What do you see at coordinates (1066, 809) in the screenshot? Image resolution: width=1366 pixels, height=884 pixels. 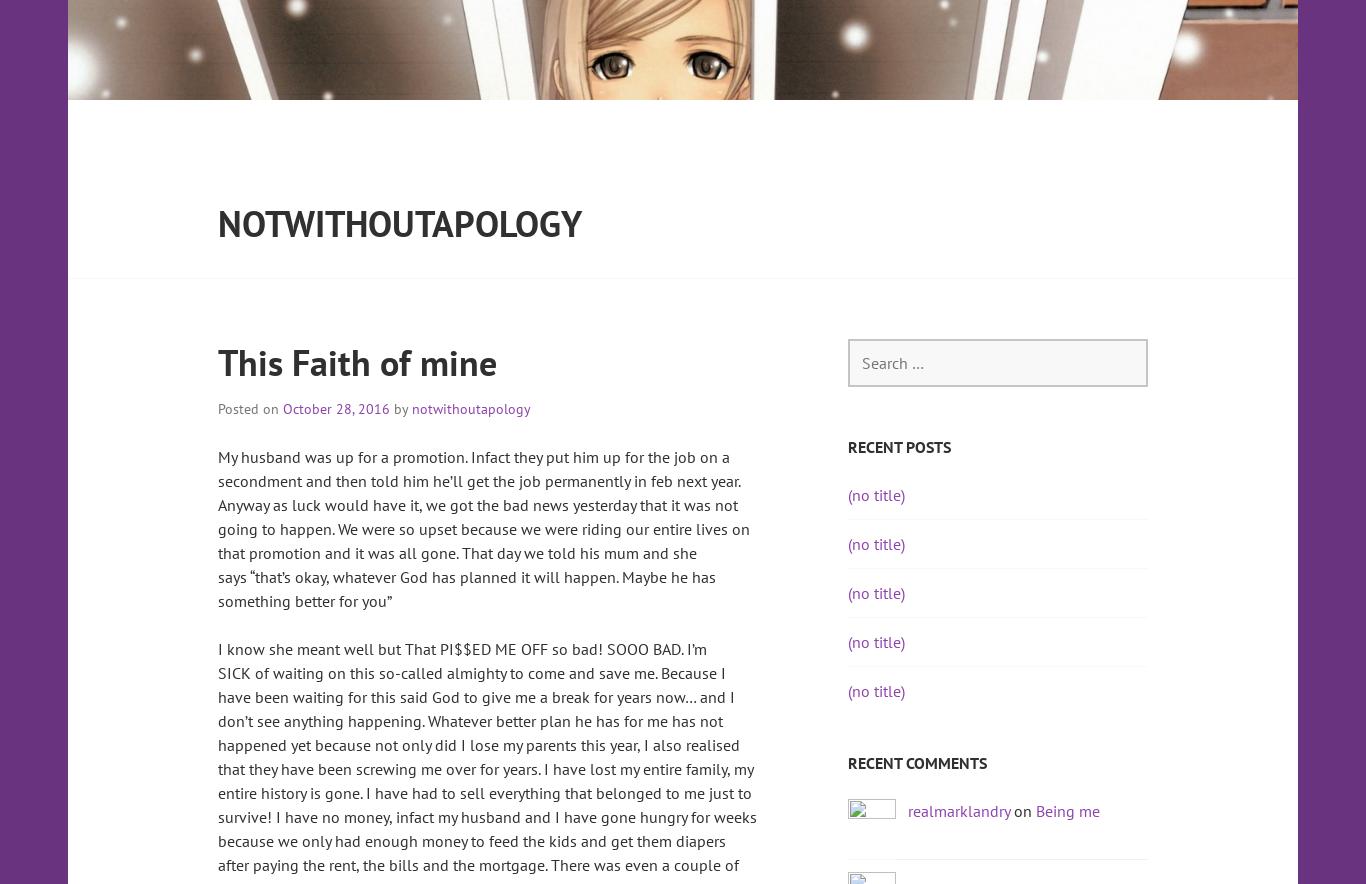 I see `'Being me'` at bounding box center [1066, 809].